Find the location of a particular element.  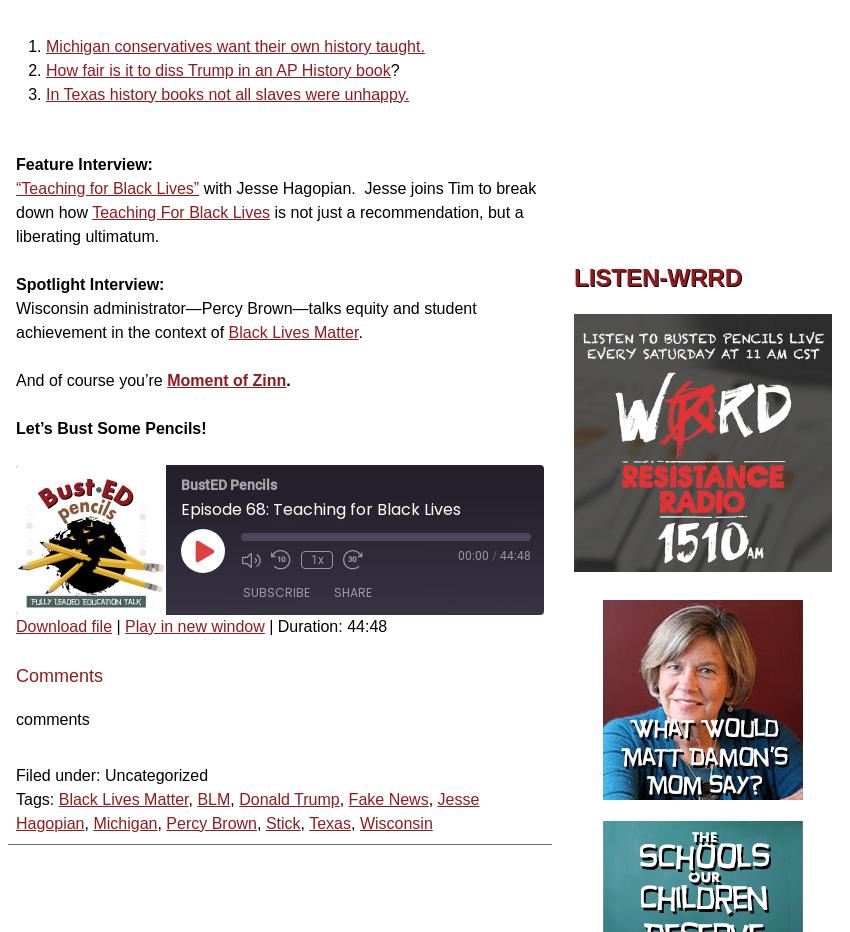

'00:00' is located at coordinates (455, 555).